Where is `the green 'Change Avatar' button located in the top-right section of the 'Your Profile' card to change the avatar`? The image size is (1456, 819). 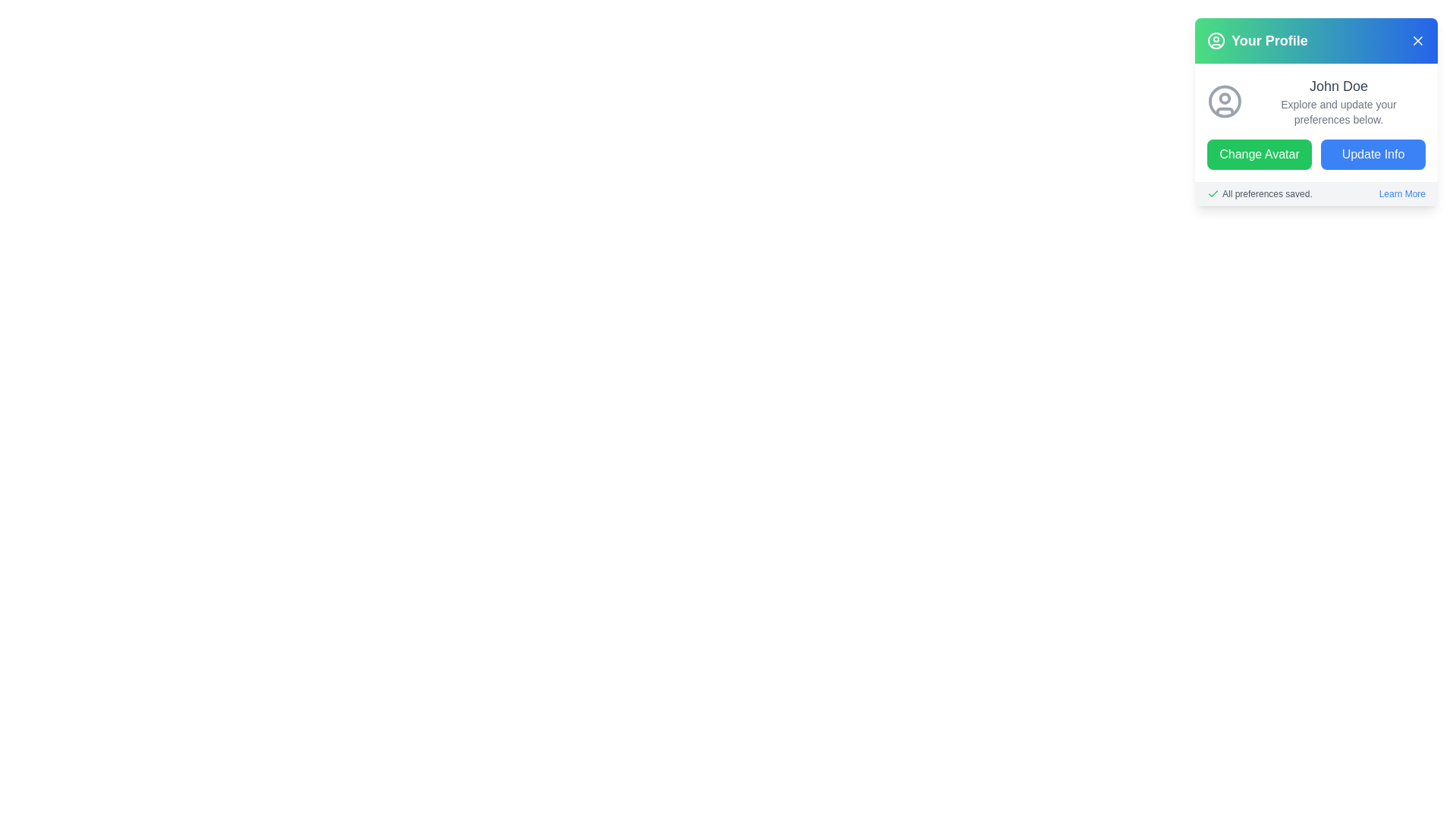 the green 'Change Avatar' button located in the top-right section of the 'Your Profile' card to change the avatar is located at coordinates (1259, 155).